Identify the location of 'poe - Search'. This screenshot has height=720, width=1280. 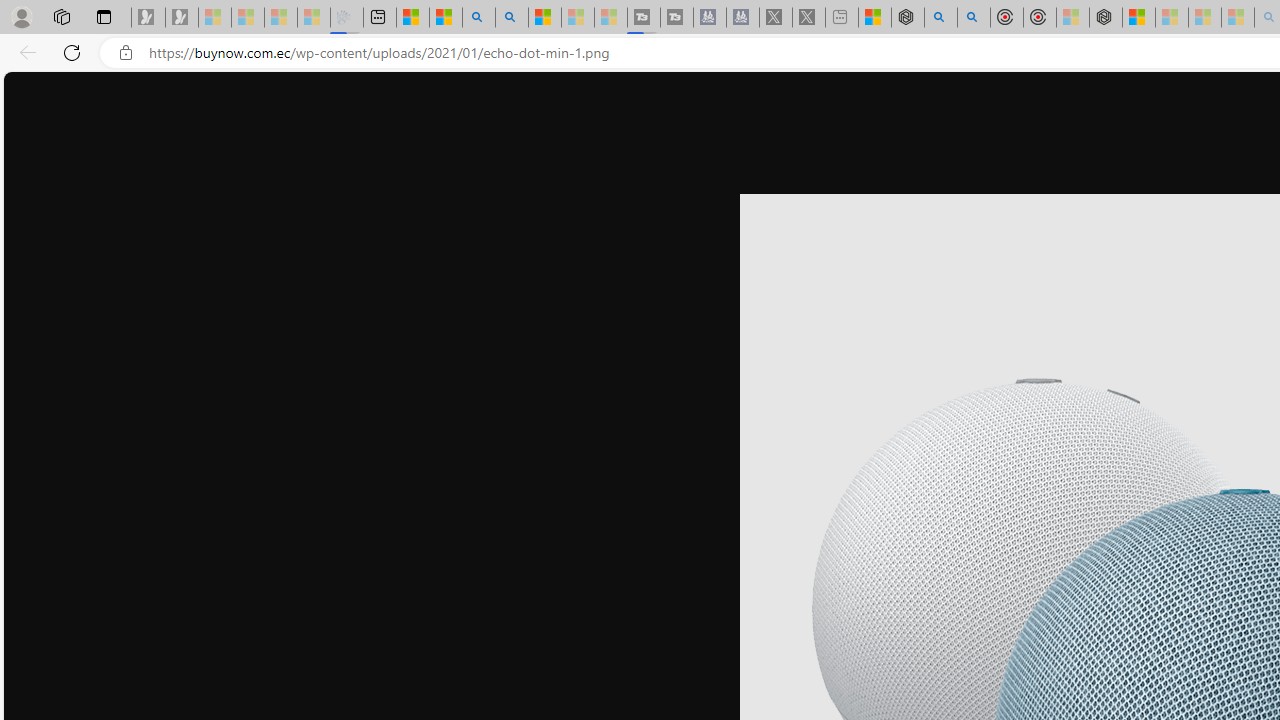
(940, 17).